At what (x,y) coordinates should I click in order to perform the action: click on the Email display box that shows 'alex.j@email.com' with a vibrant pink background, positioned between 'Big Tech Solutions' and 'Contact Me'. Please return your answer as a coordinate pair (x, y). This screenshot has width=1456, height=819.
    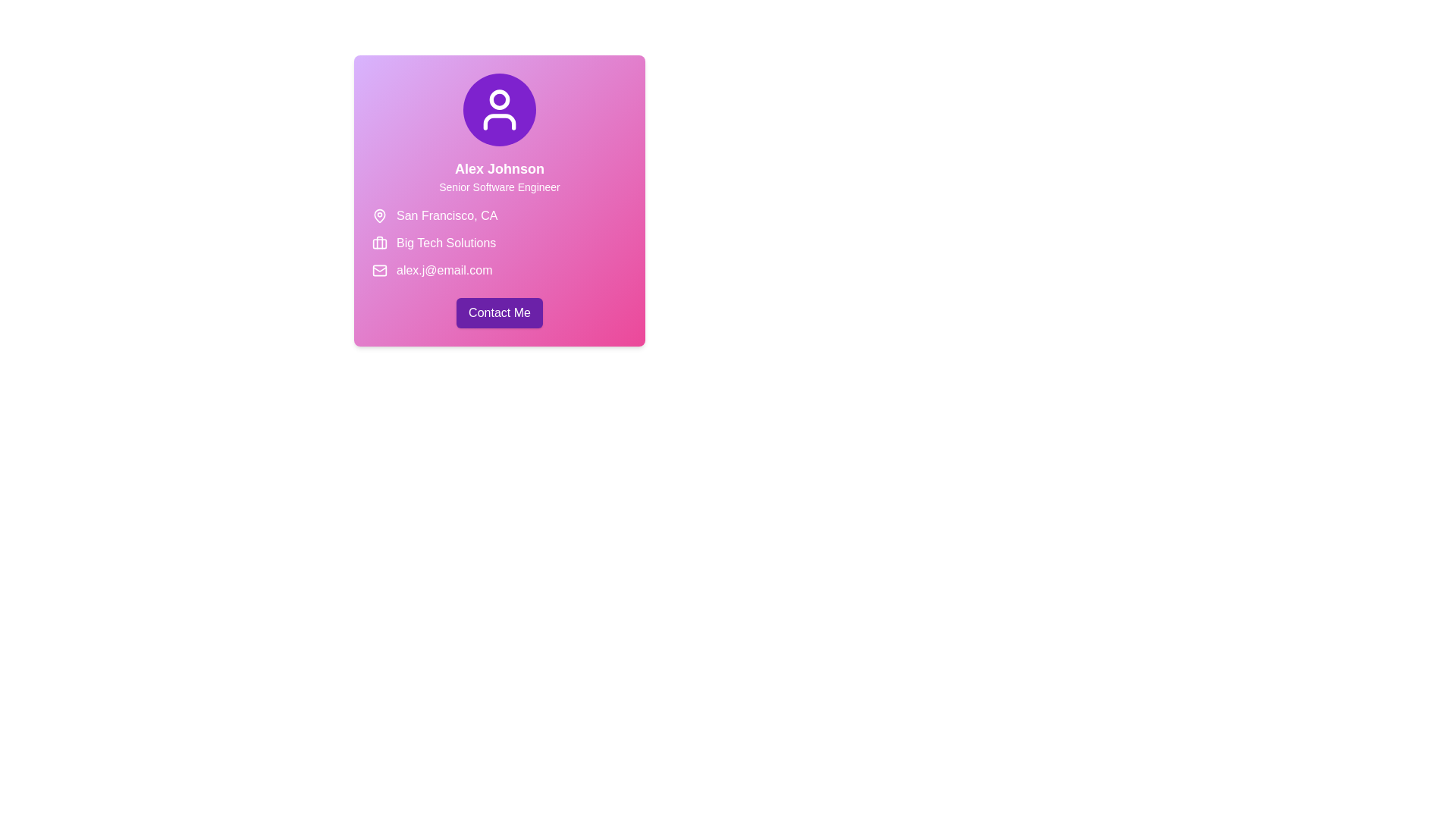
    Looking at the image, I should click on (499, 270).